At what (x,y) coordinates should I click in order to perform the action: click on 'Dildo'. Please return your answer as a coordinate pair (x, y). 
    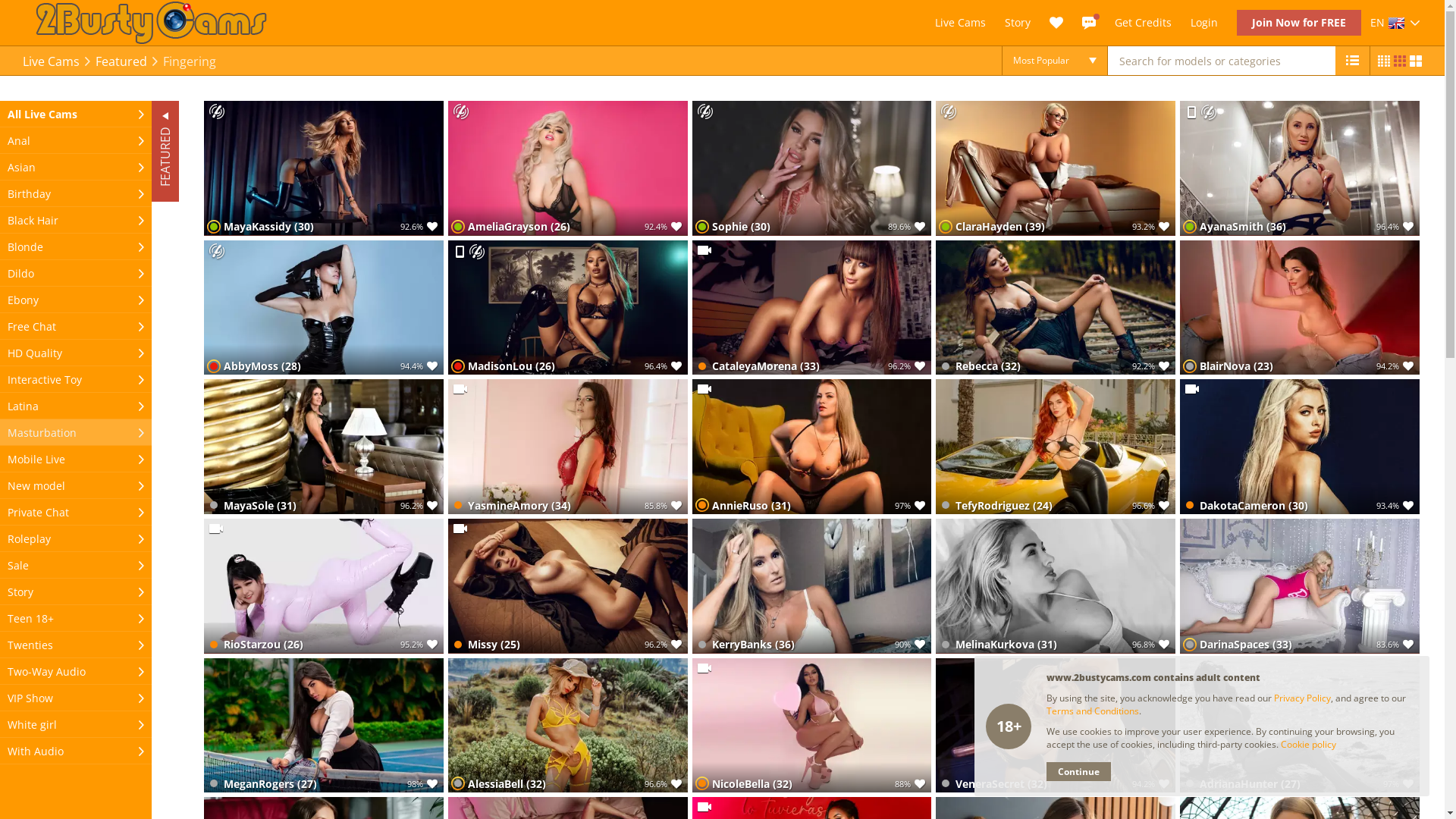
    Looking at the image, I should click on (0, 273).